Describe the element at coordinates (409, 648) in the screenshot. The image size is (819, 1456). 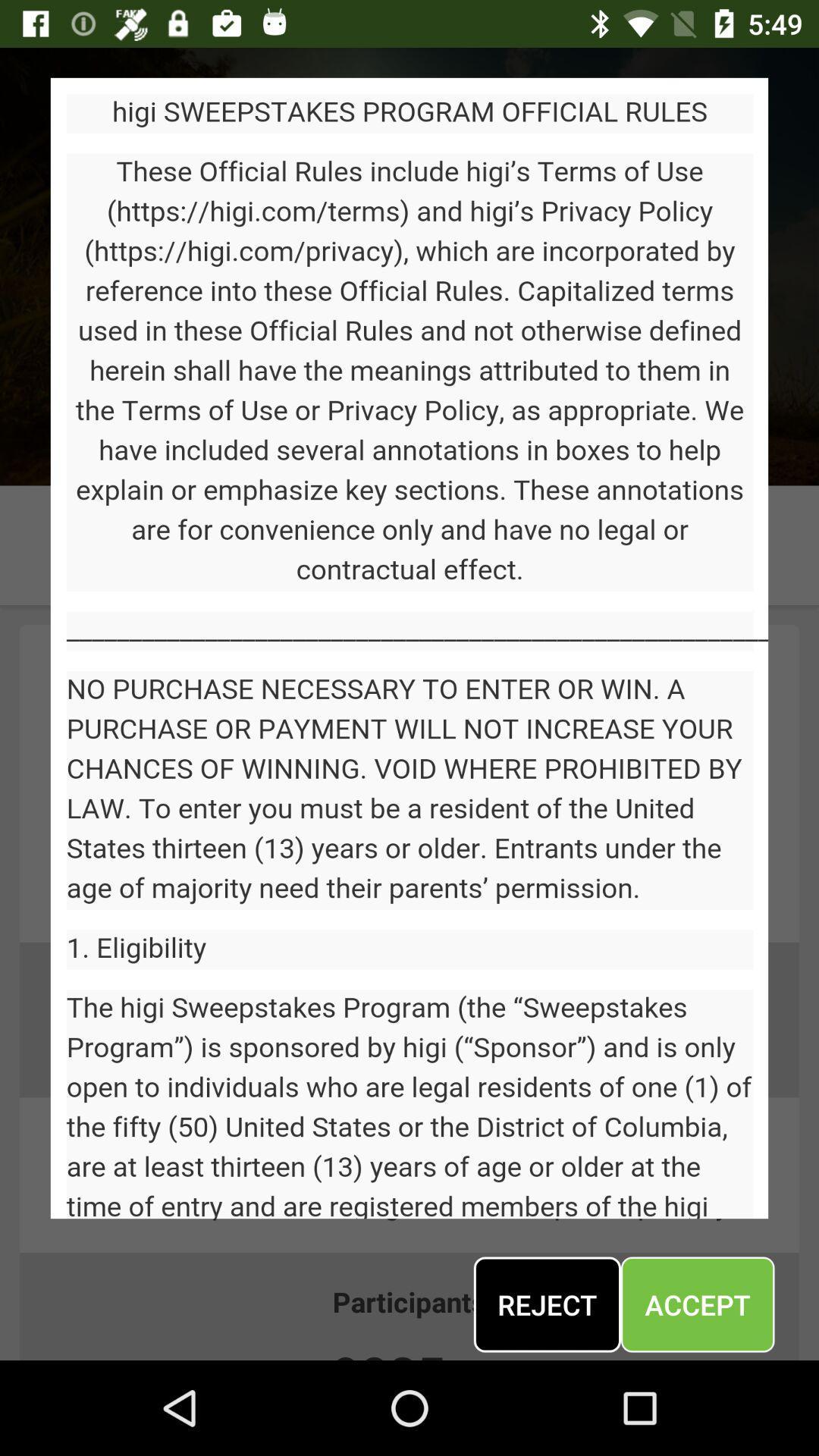
I see `display screen` at that location.